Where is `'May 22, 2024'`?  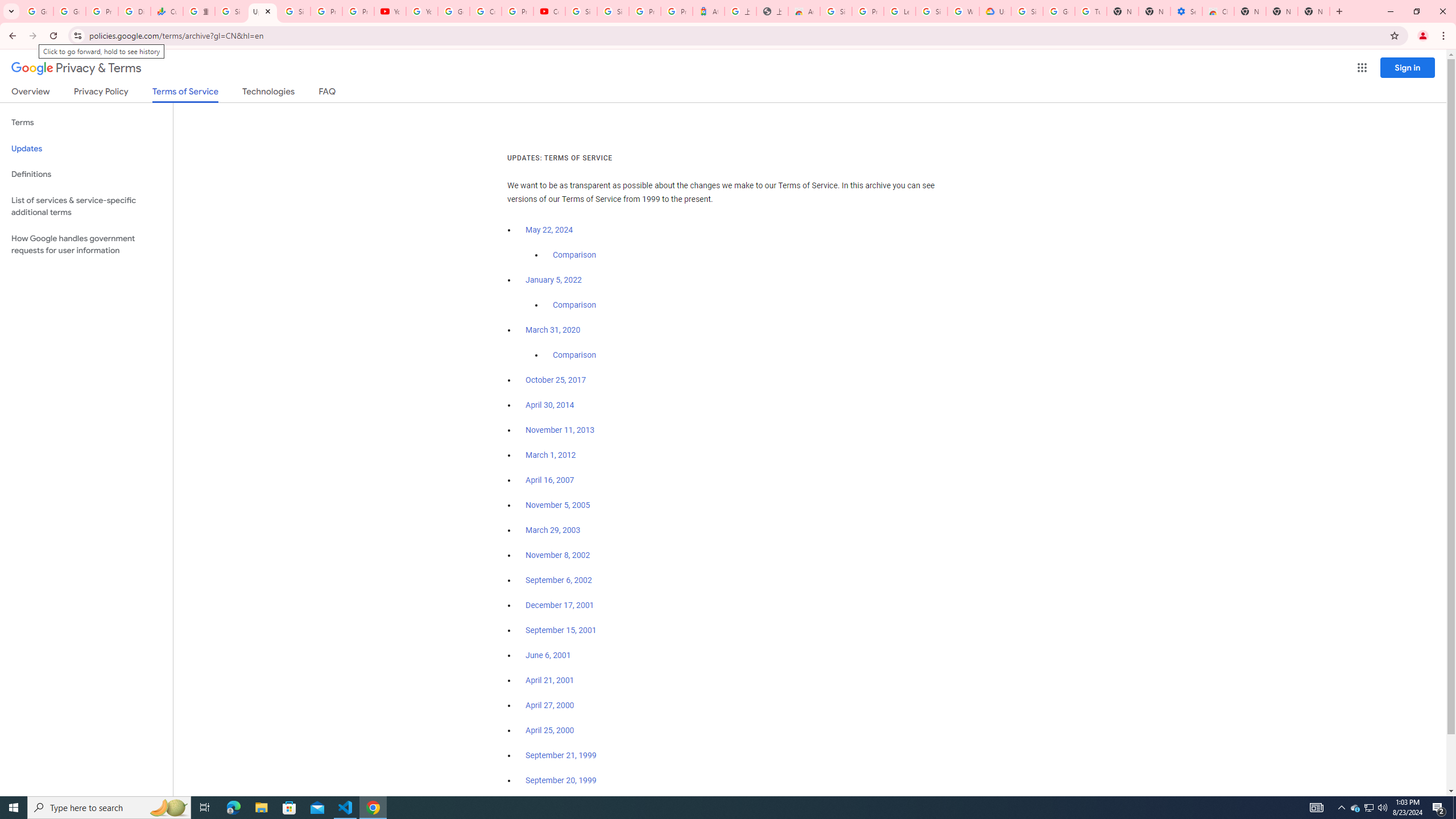 'May 22, 2024' is located at coordinates (549, 230).